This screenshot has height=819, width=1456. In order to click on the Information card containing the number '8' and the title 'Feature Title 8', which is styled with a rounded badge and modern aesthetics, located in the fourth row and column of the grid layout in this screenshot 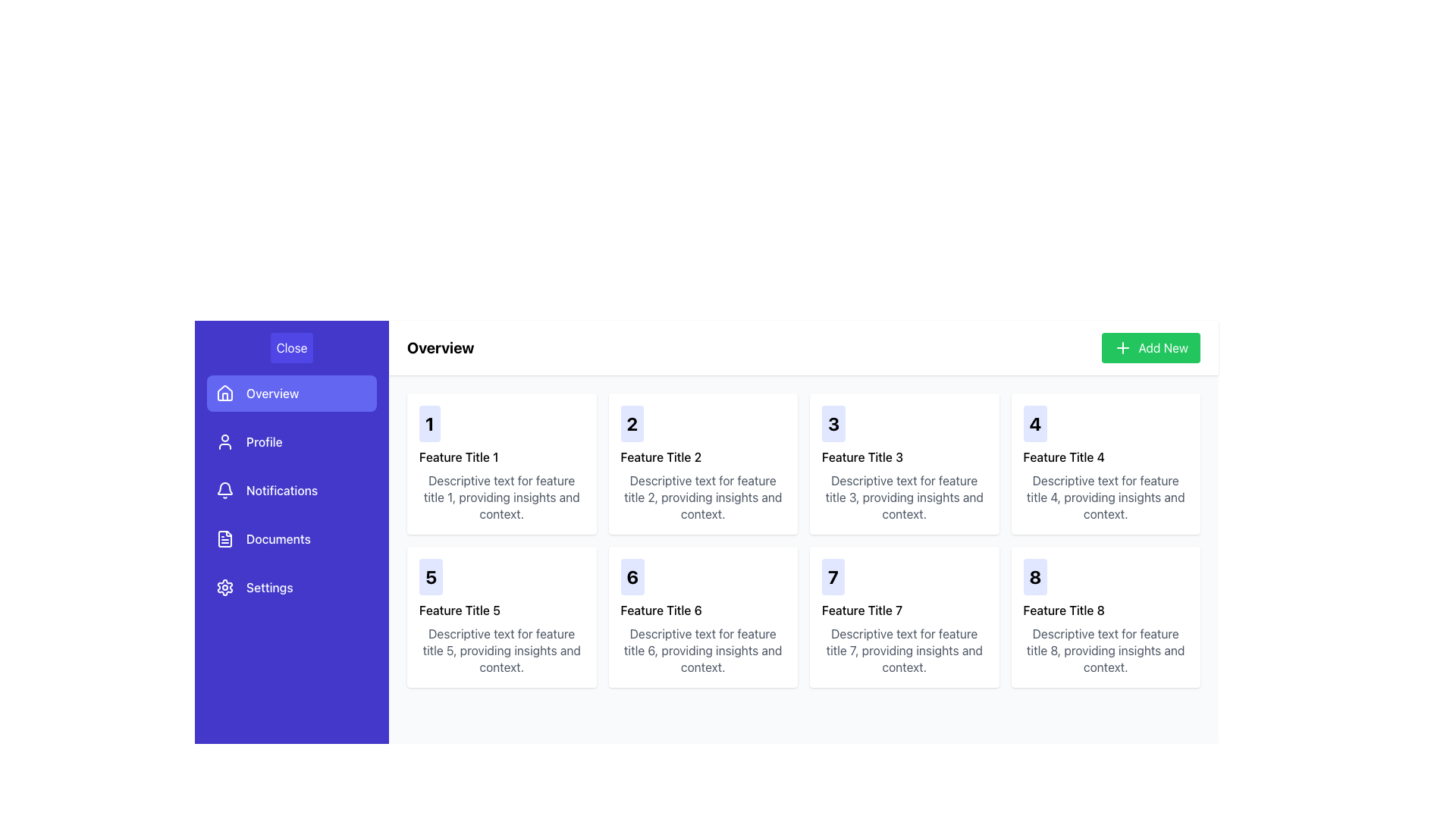, I will do `click(1106, 617)`.